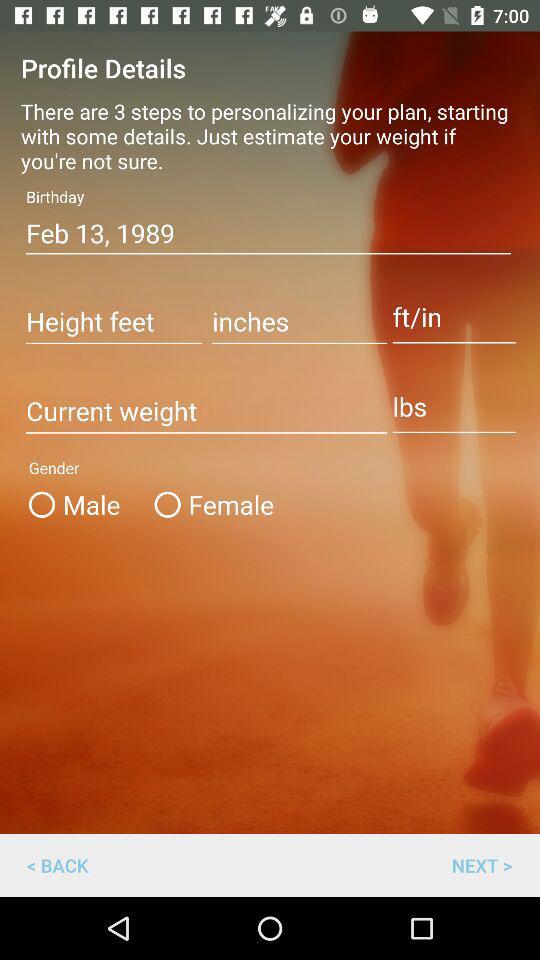  What do you see at coordinates (205, 411) in the screenshot?
I see `current weight entry` at bounding box center [205, 411].